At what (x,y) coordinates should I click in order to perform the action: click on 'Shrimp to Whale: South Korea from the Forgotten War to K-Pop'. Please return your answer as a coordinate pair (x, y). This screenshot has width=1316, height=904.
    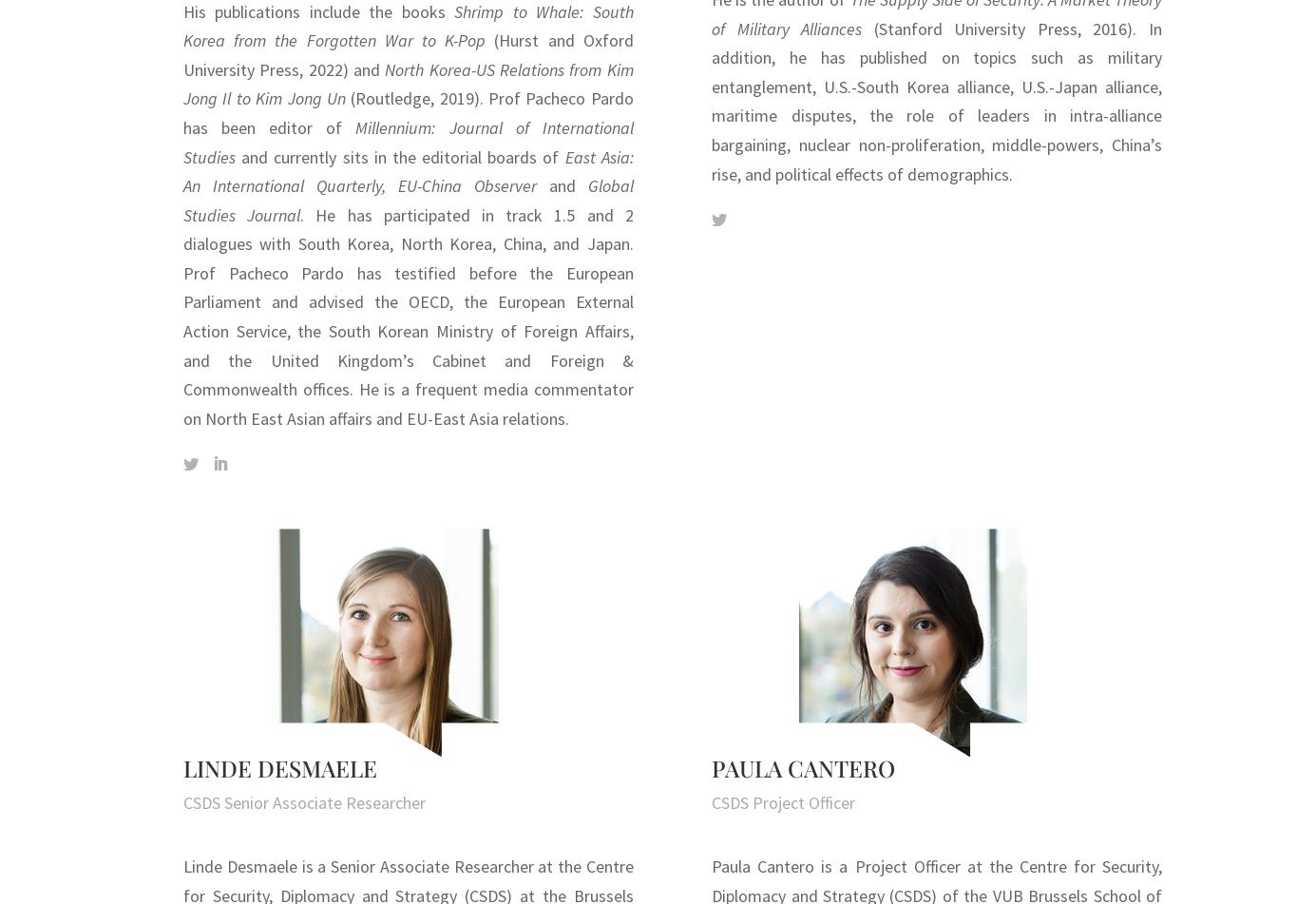
    Looking at the image, I should click on (407, 26).